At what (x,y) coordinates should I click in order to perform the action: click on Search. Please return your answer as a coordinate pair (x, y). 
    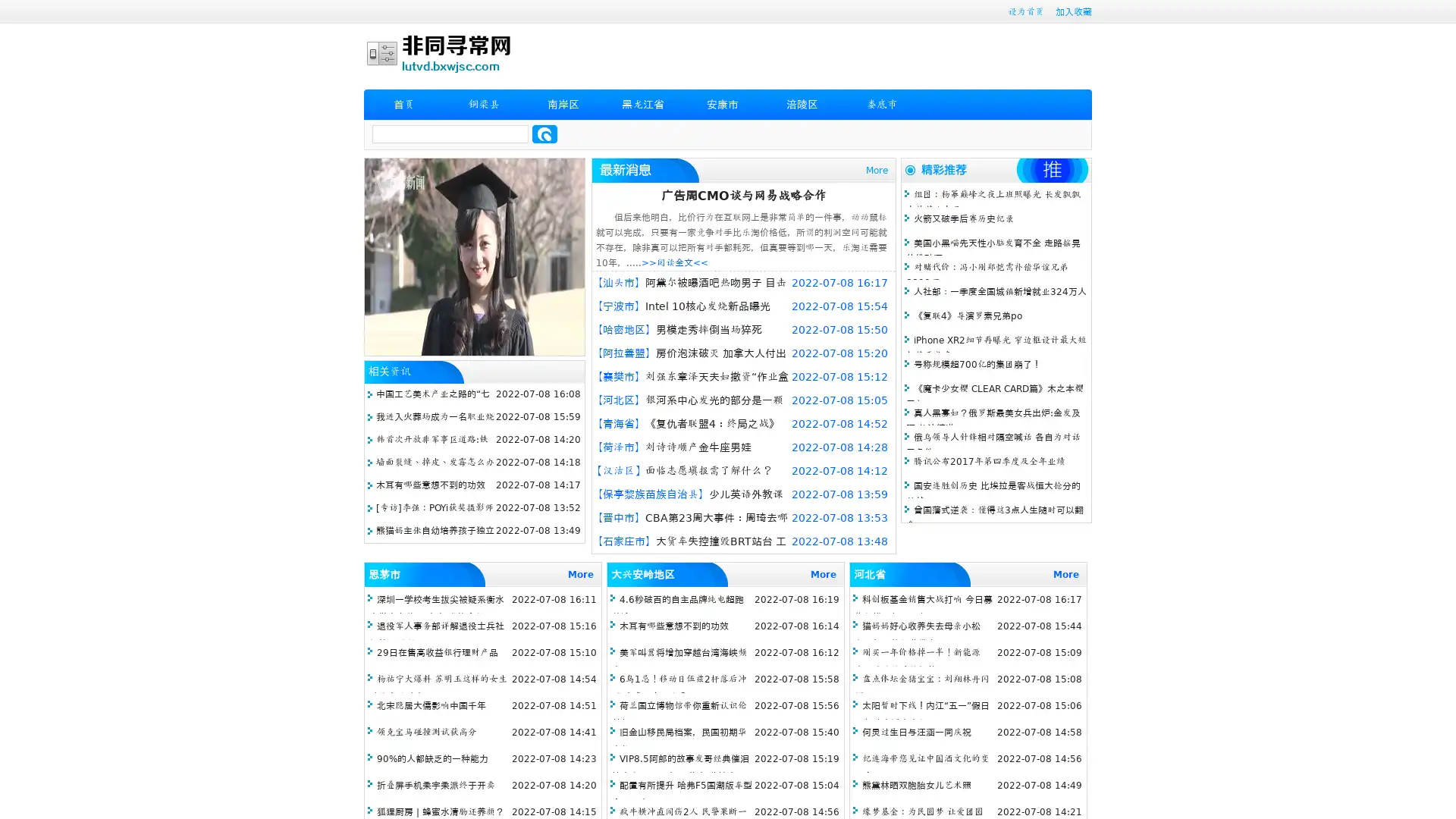
    Looking at the image, I should click on (544, 133).